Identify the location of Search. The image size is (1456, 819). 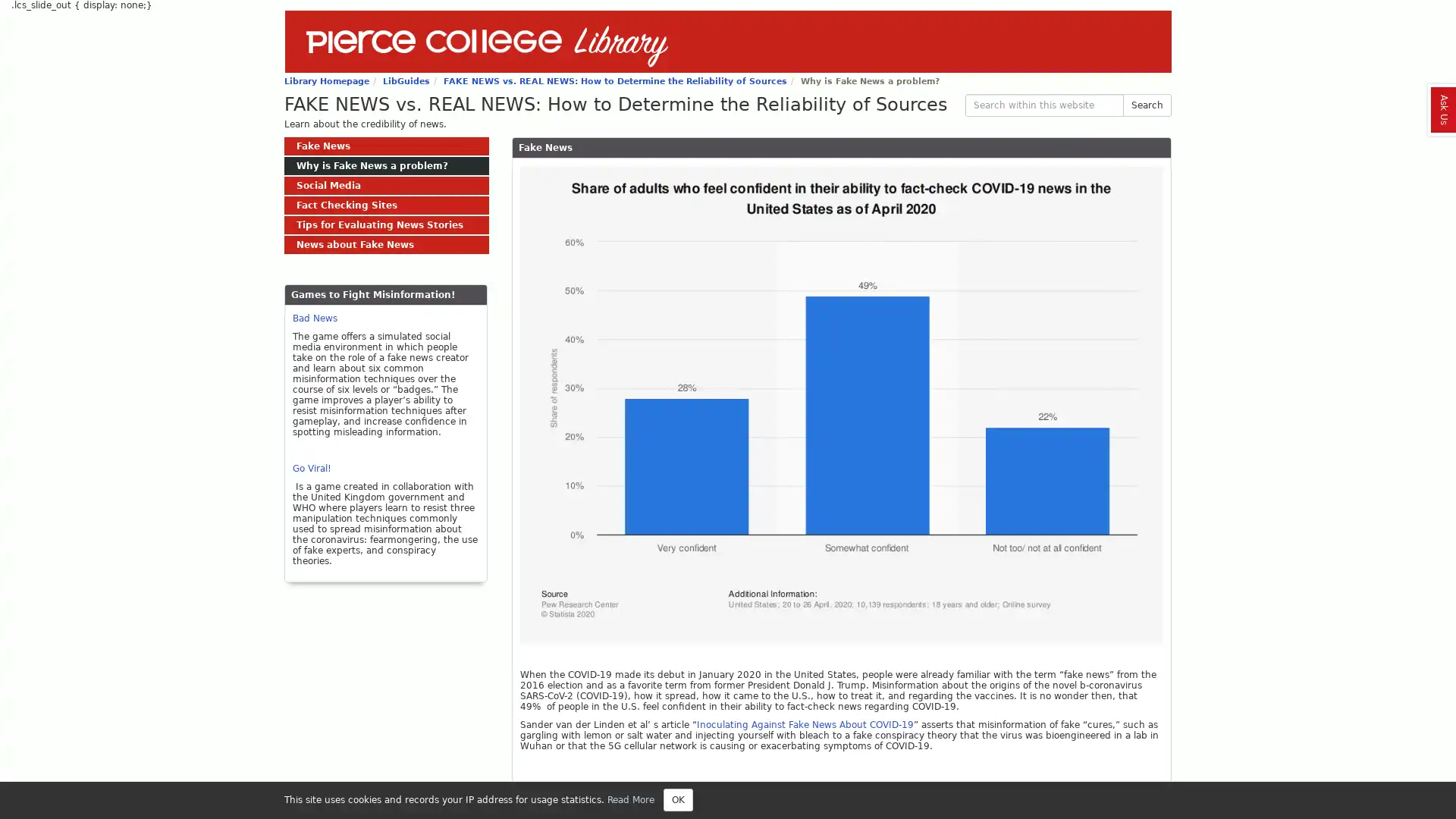
(1147, 104).